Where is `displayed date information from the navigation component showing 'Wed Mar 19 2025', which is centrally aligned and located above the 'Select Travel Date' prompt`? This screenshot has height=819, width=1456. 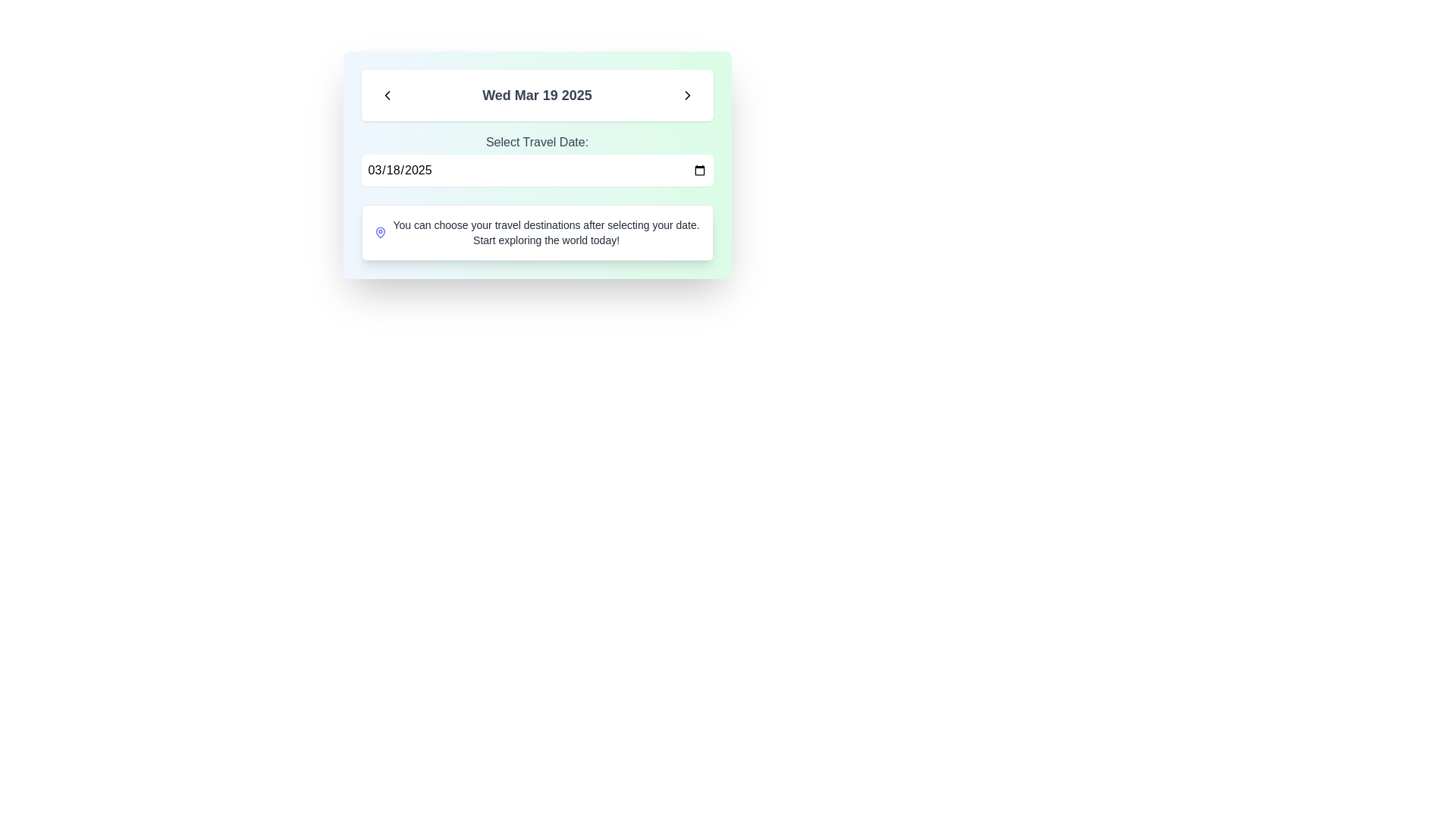
displayed date information from the navigation component showing 'Wed Mar 19 2025', which is centrally aligned and located above the 'Select Travel Date' prompt is located at coordinates (537, 96).